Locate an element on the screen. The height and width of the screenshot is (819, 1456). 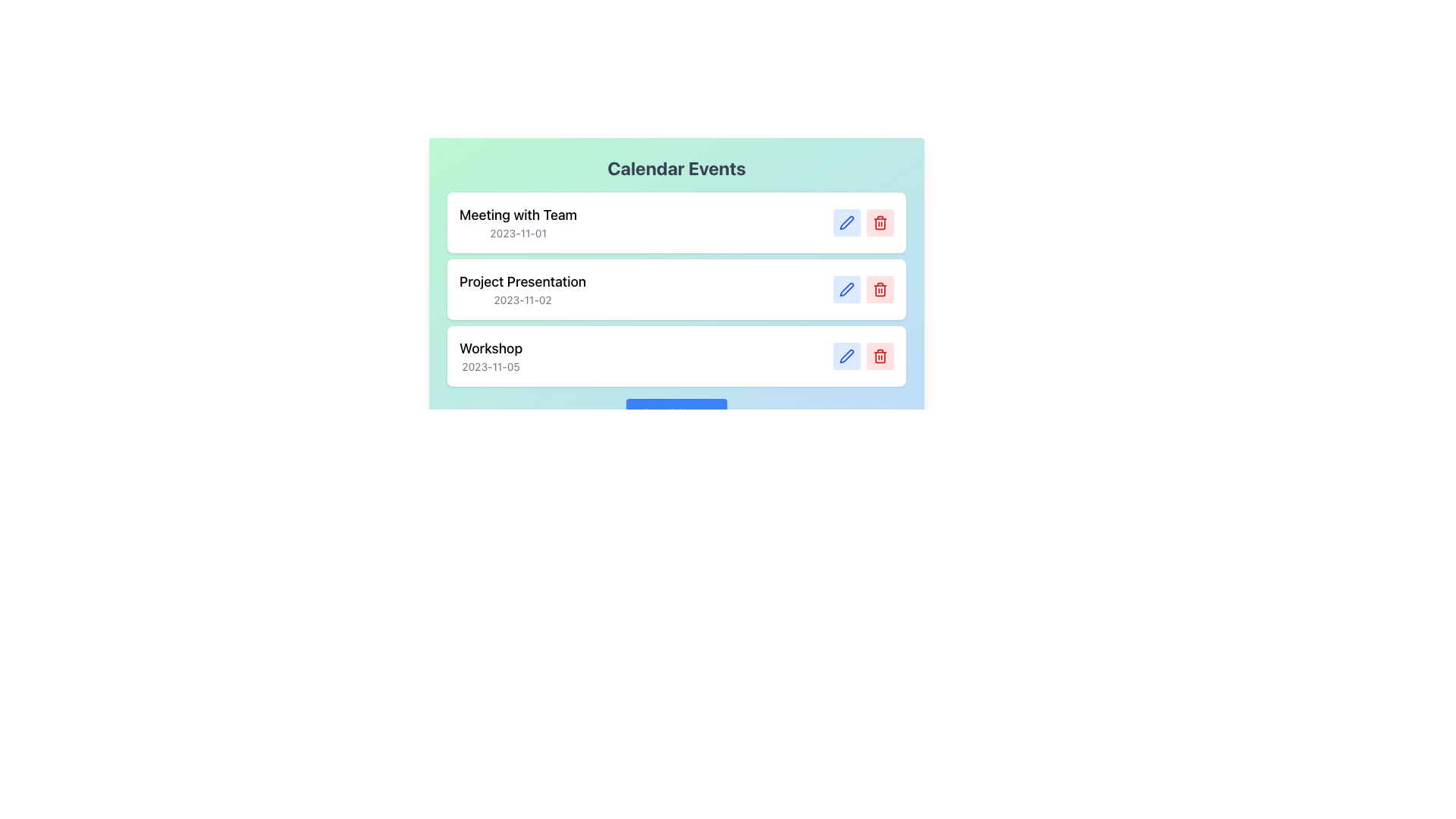
the plus icon within the blue 'Add Event' button located at the bottom center of the interface panel is located at coordinates (645, 414).